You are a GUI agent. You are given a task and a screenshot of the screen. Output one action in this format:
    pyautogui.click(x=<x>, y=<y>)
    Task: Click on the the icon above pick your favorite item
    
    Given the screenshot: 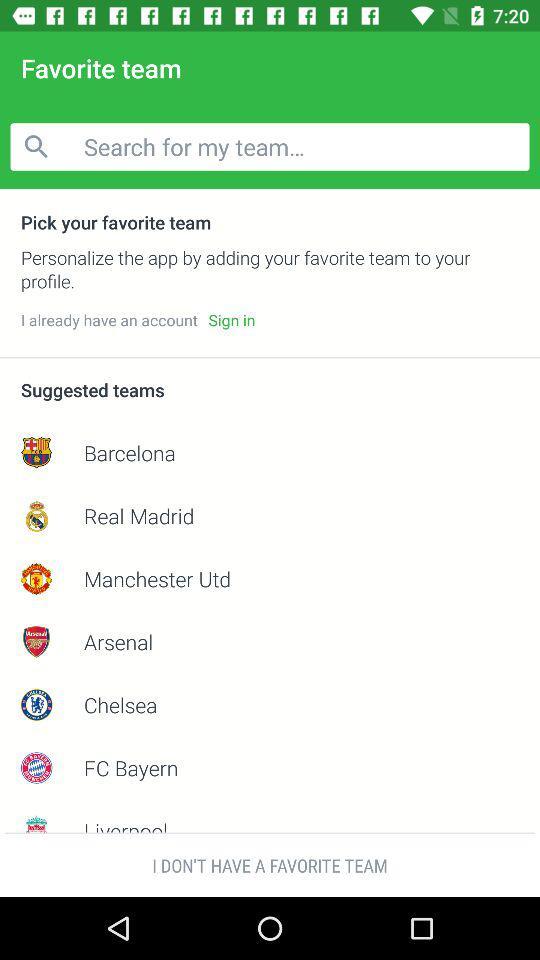 What is the action you would take?
    pyautogui.click(x=270, y=145)
    